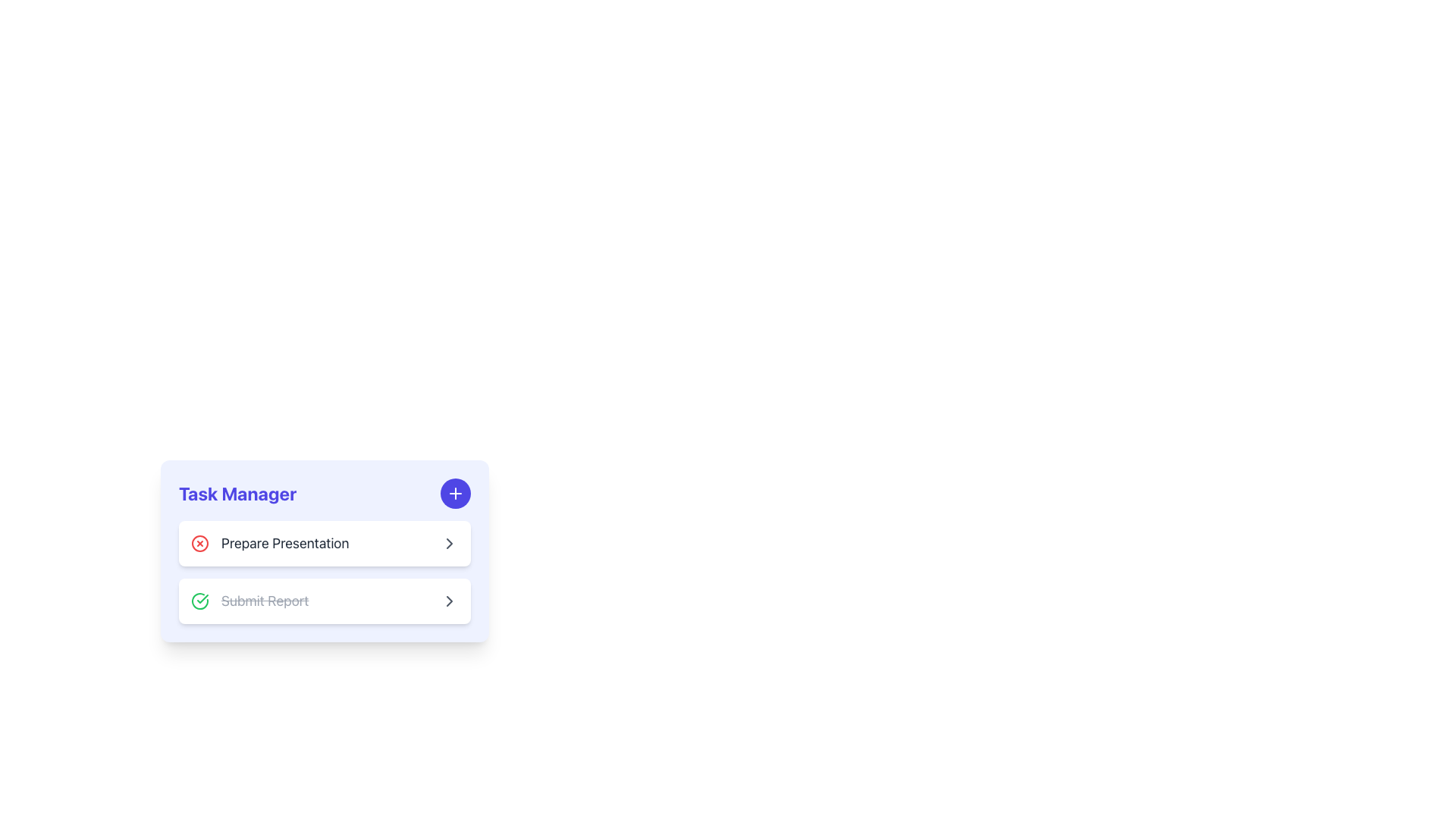 The width and height of the screenshot is (1456, 819). What do you see at coordinates (199, 601) in the screenshot?
I see `the Checkmark icon` at bounding box center [199, 601].